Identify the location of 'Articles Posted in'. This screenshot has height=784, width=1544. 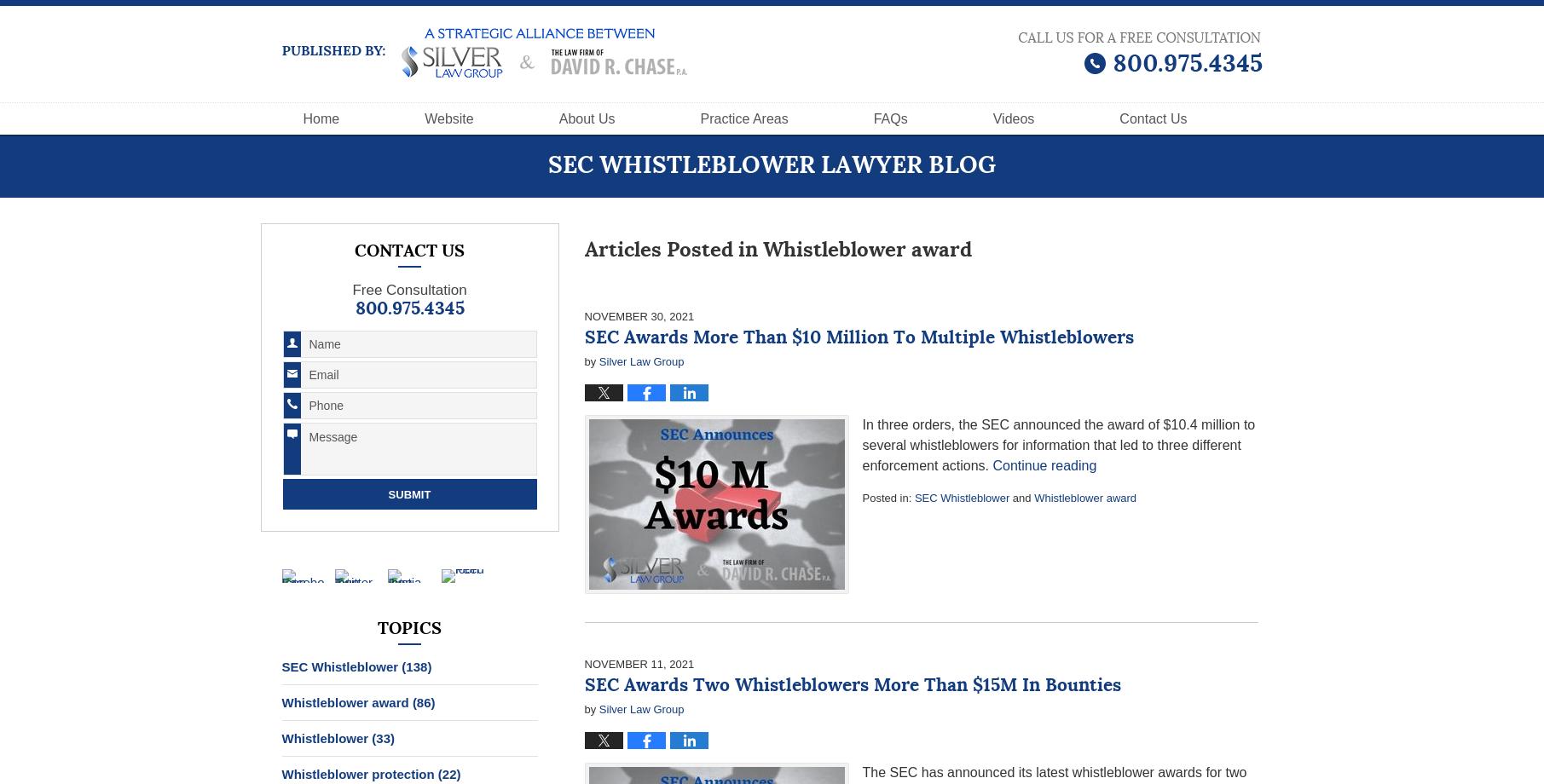
(669, 251).